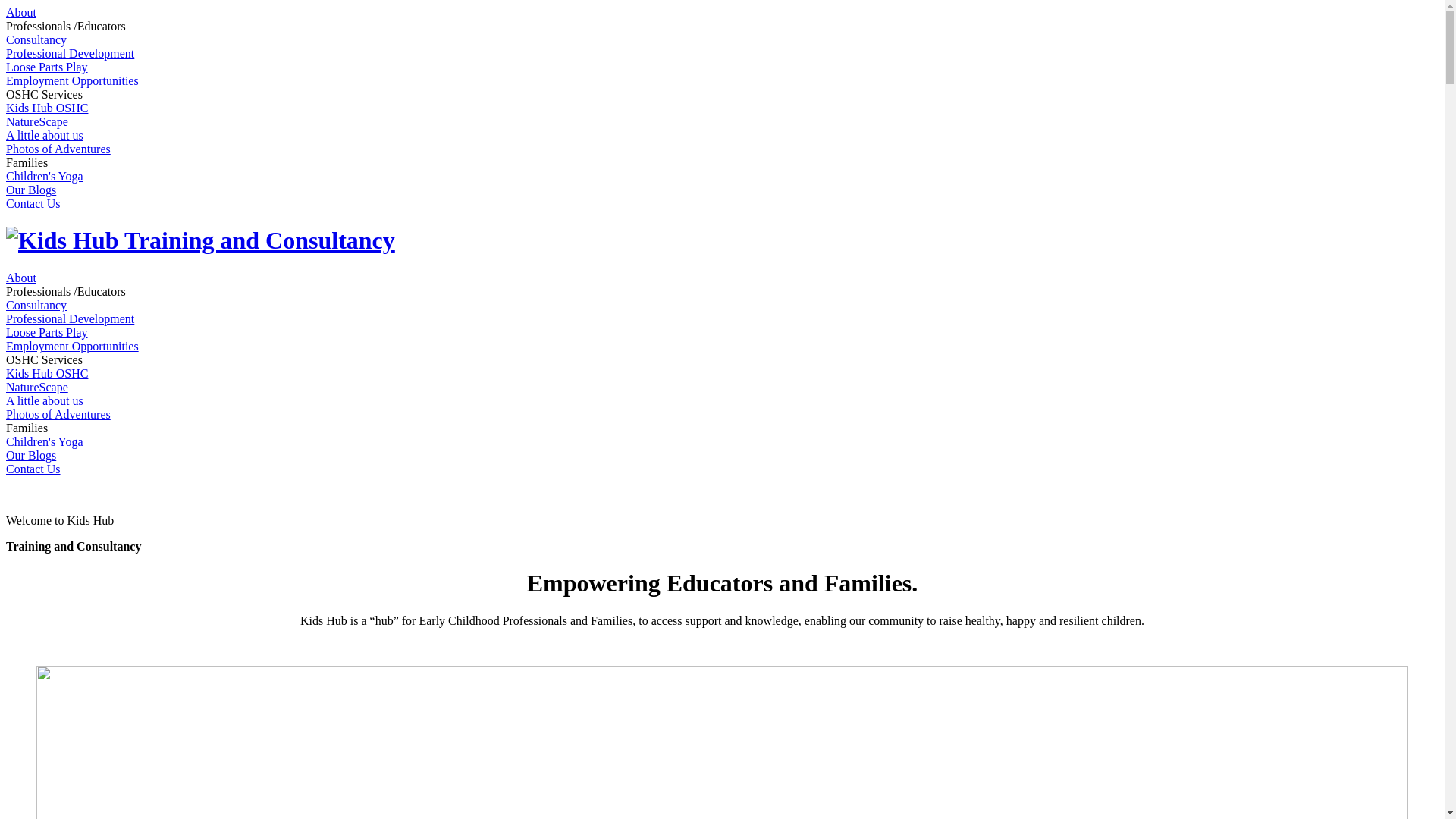 The image size is (1456, 819). What do you see at coordinates (6, 149) in the screenshot?
I see `'Photos of Adventures'` at bounding box center [6, 149].